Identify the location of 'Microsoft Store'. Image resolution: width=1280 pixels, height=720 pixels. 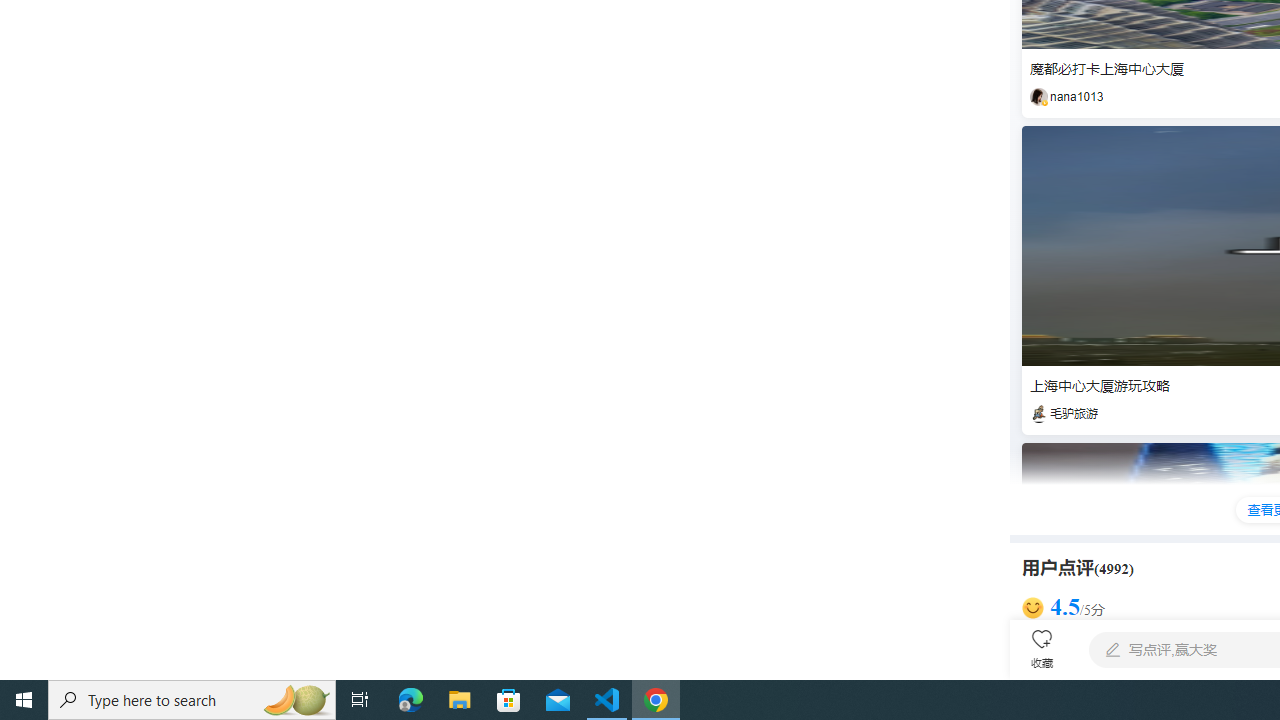
(509, 698).